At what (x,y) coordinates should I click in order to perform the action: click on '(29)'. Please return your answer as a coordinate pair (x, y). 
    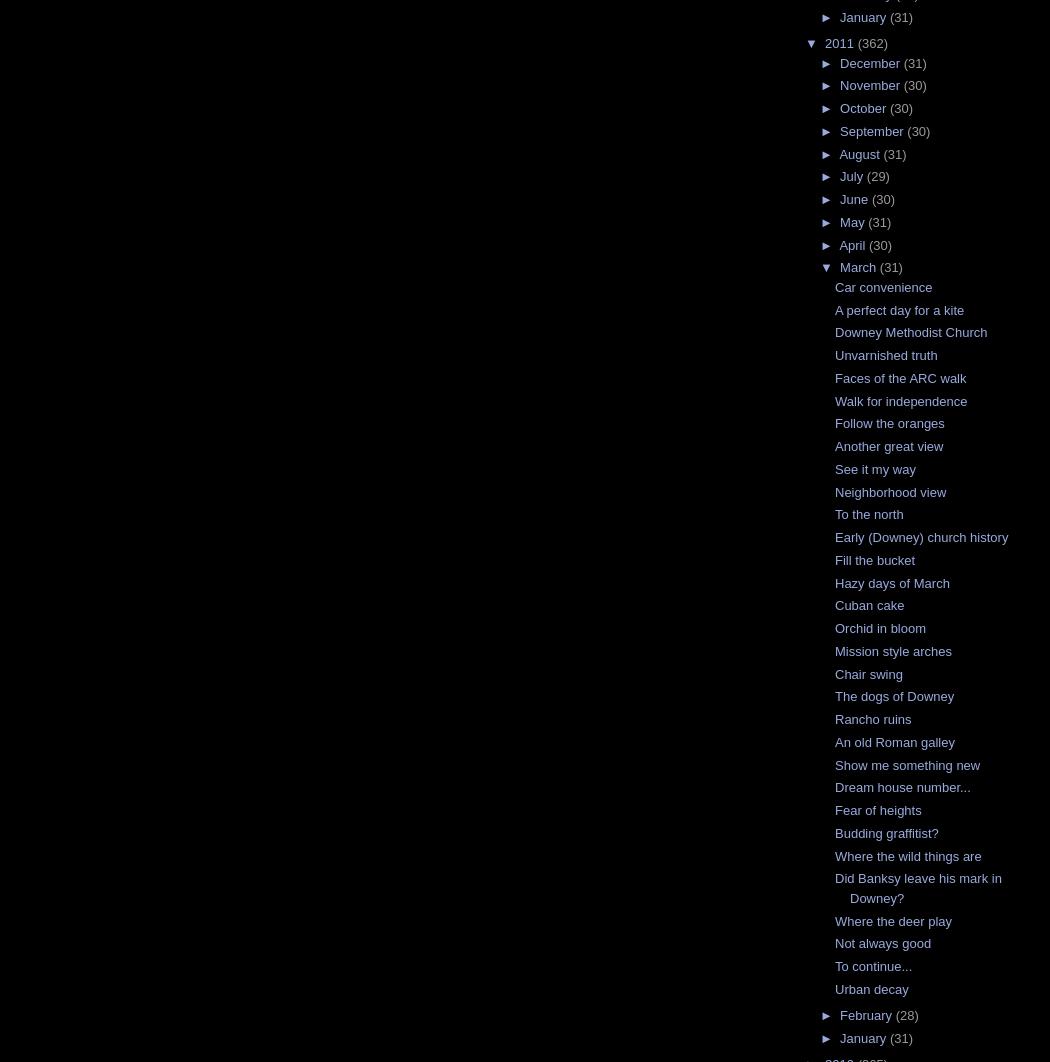
    Looking at the image, I should click on (876, 176).